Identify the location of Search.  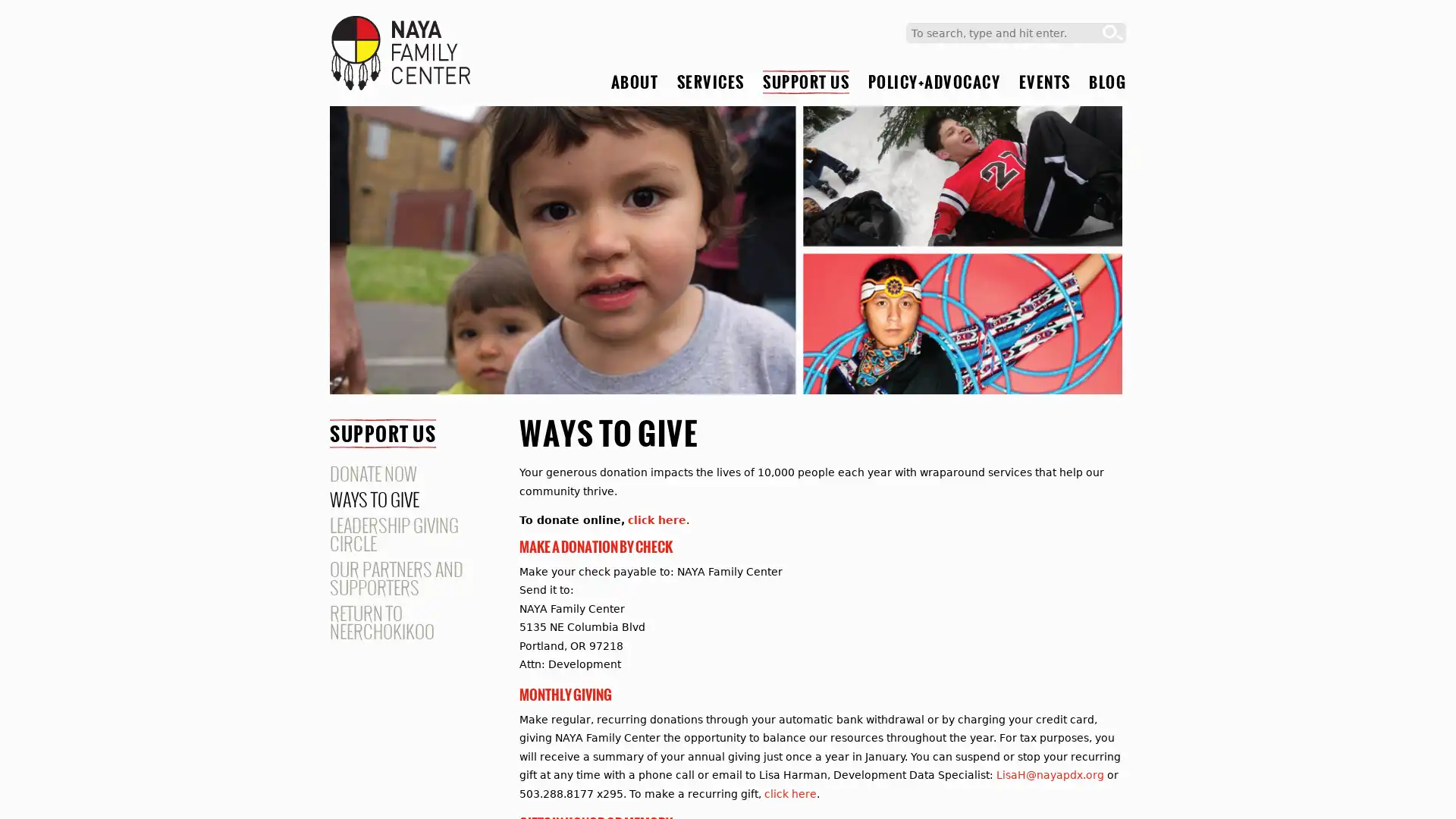
(1112, 33).